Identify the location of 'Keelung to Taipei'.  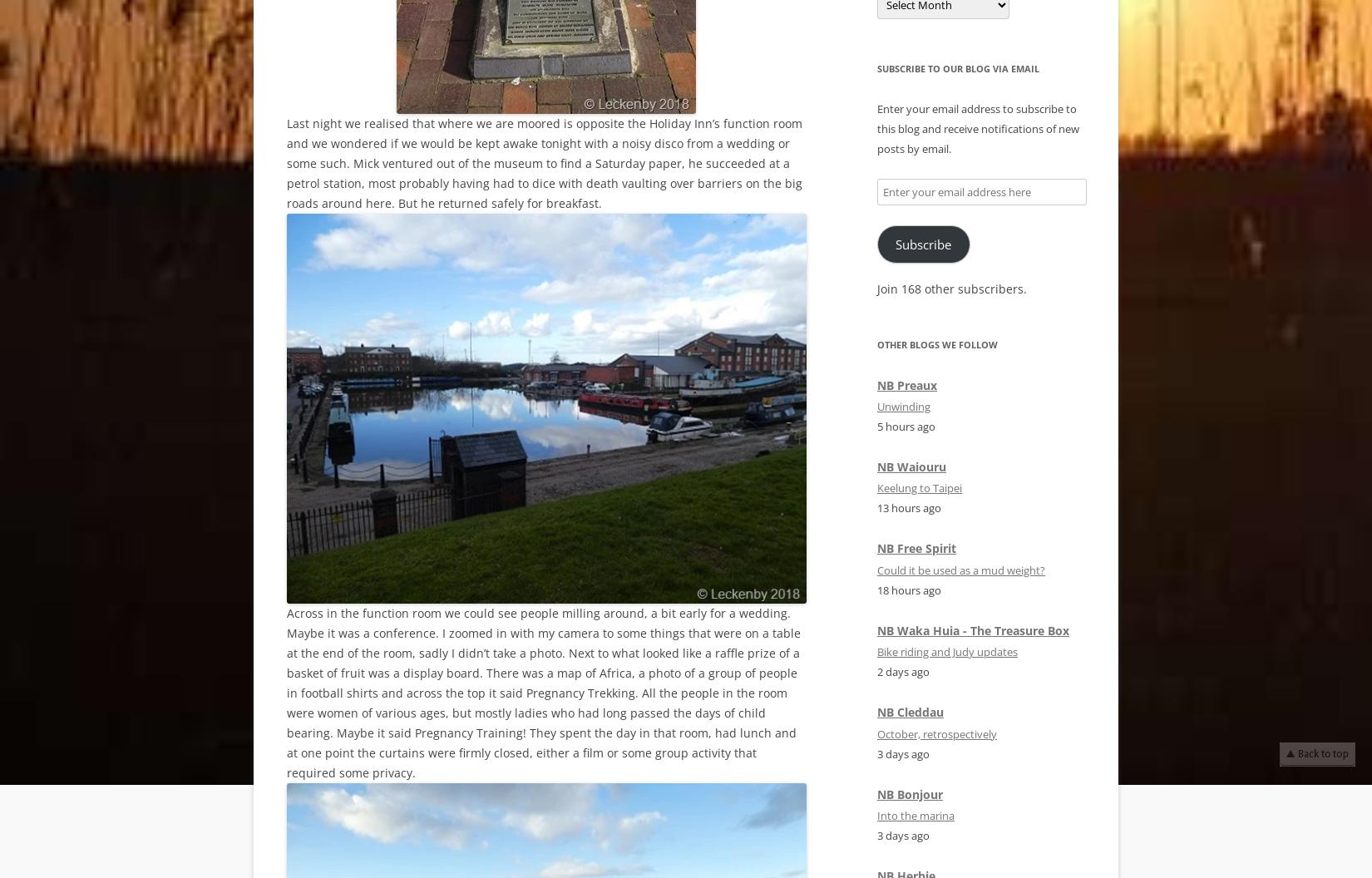
(919, 488).